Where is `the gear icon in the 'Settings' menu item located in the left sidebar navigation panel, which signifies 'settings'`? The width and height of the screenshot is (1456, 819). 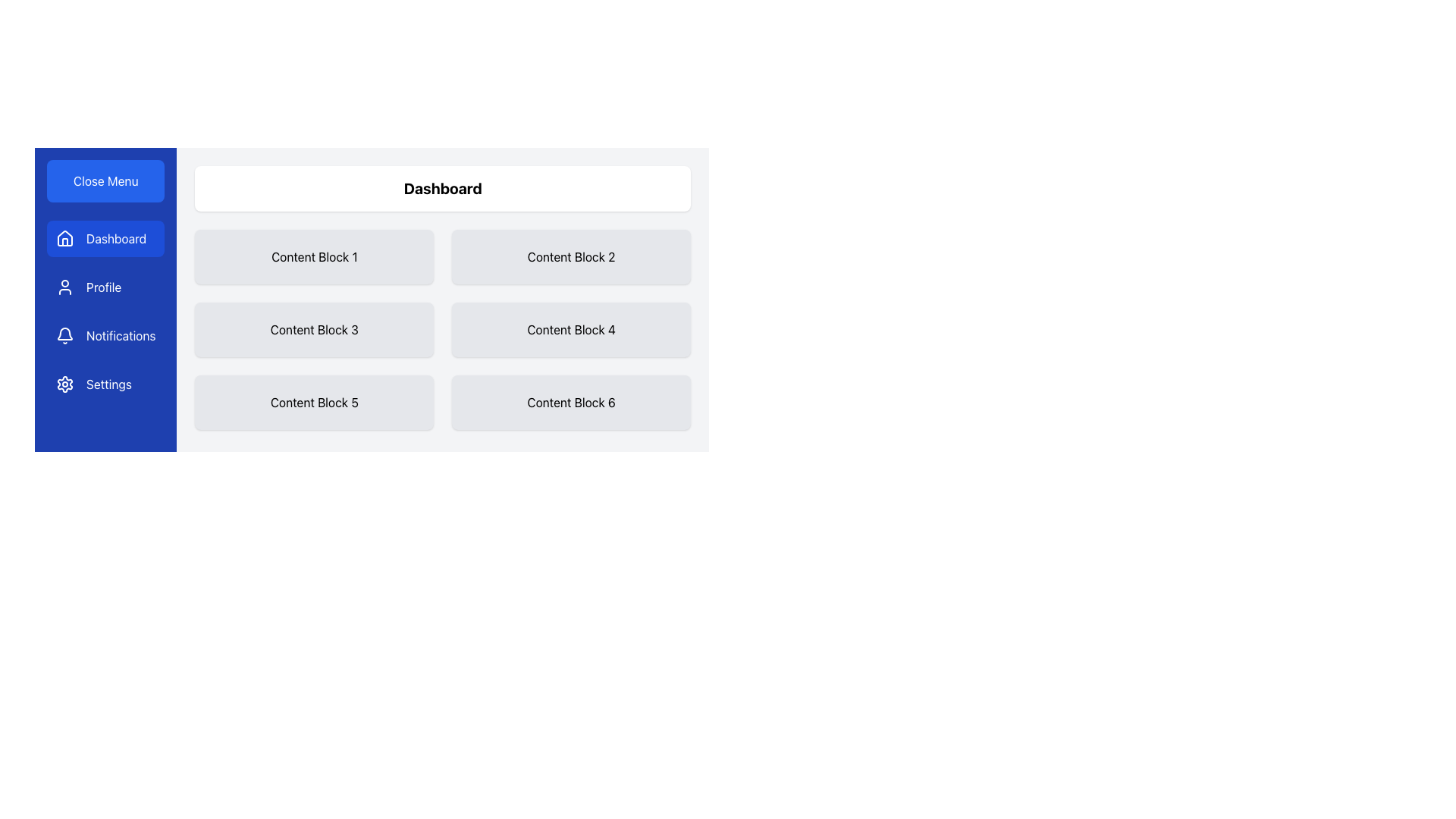
the gear icon in the 'Settings' menu item located in the left sidebar navigation panel, which signifies 'settings' is located at coordinates (64, 383).